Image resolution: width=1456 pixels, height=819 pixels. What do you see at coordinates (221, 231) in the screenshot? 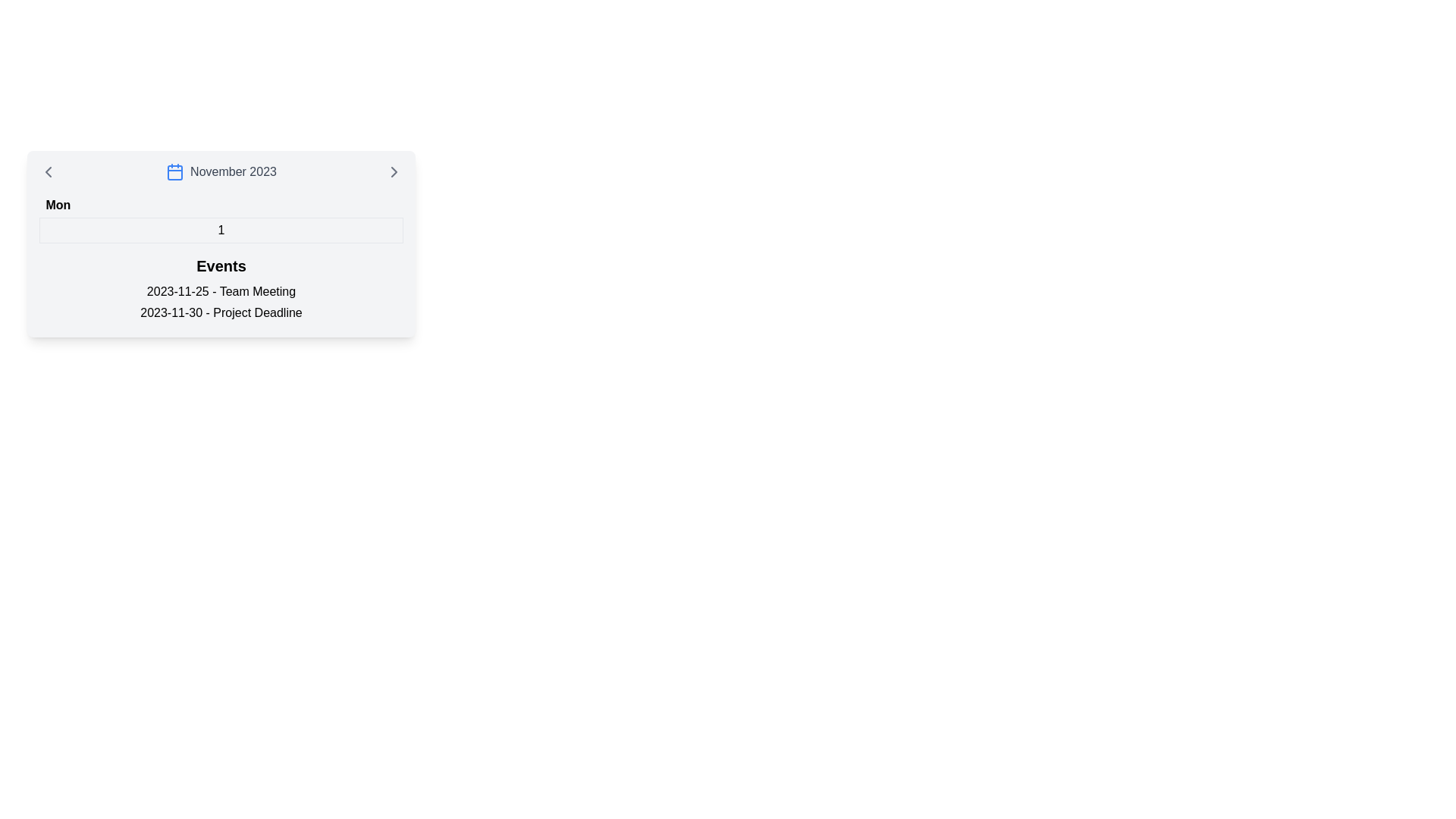
I see `the Text element displaying the digit '1' in a bold font within the calendar grid under the 'Mon' header` at bounding box center [221, 231].